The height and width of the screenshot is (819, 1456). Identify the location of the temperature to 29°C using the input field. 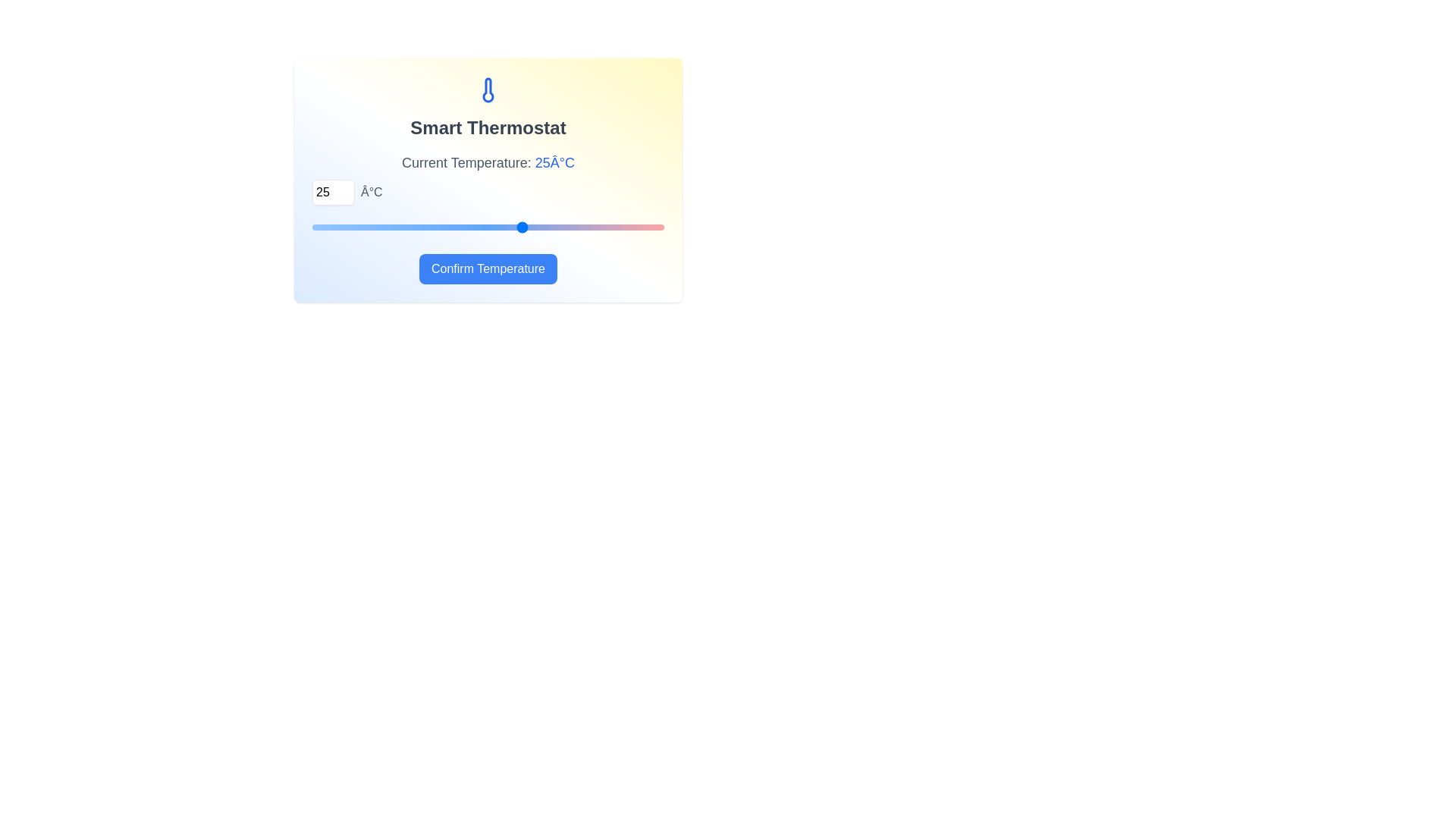
(333, 192).